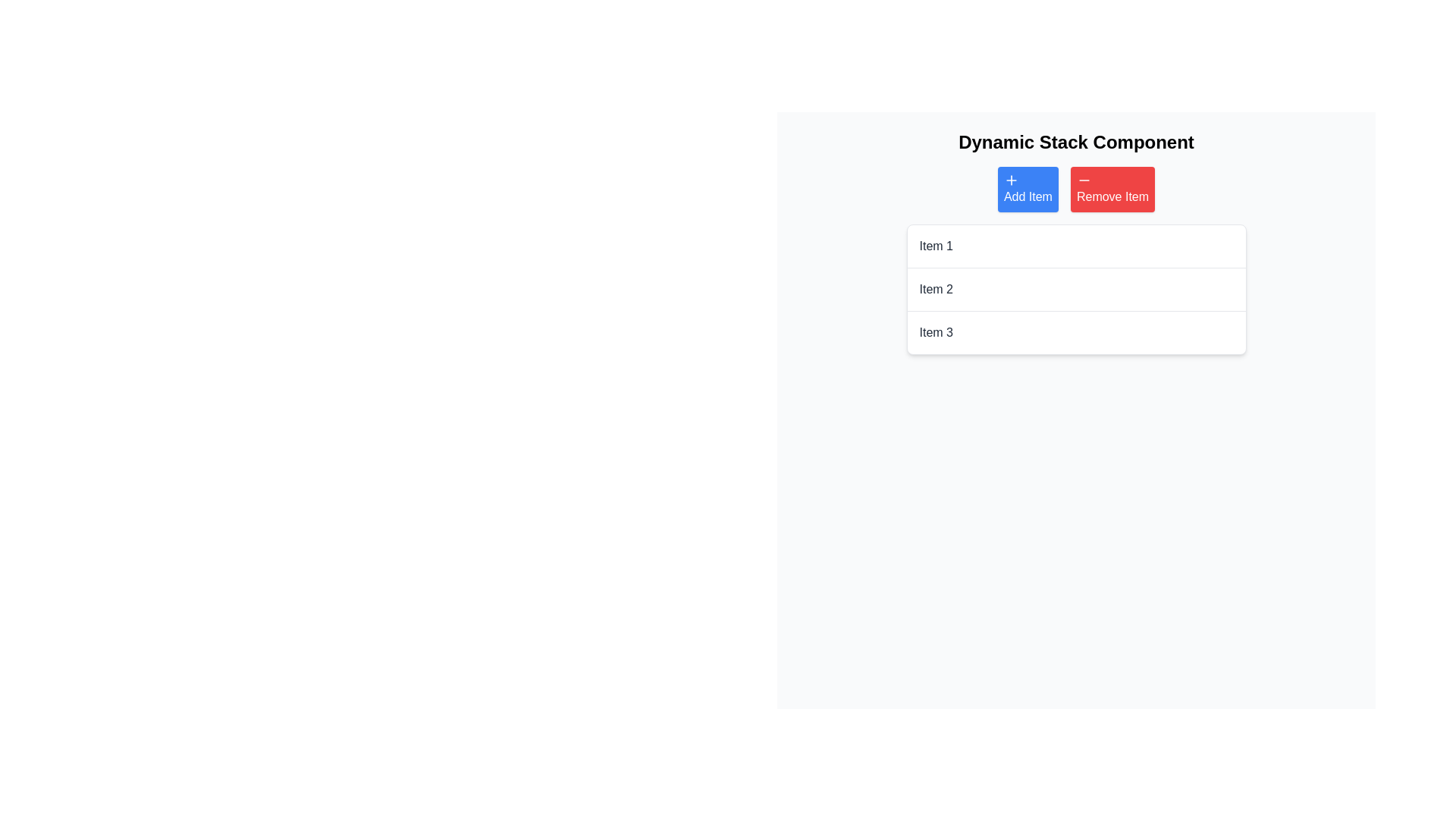  What do you see at coordinates (935, 289) in the screenshot?
I see `the text label displaying 'Item 2' in dark gray color, which is the second item in a vertically stacked list under 'Dynamic Stack Component'` at bounding box center [935, 289].